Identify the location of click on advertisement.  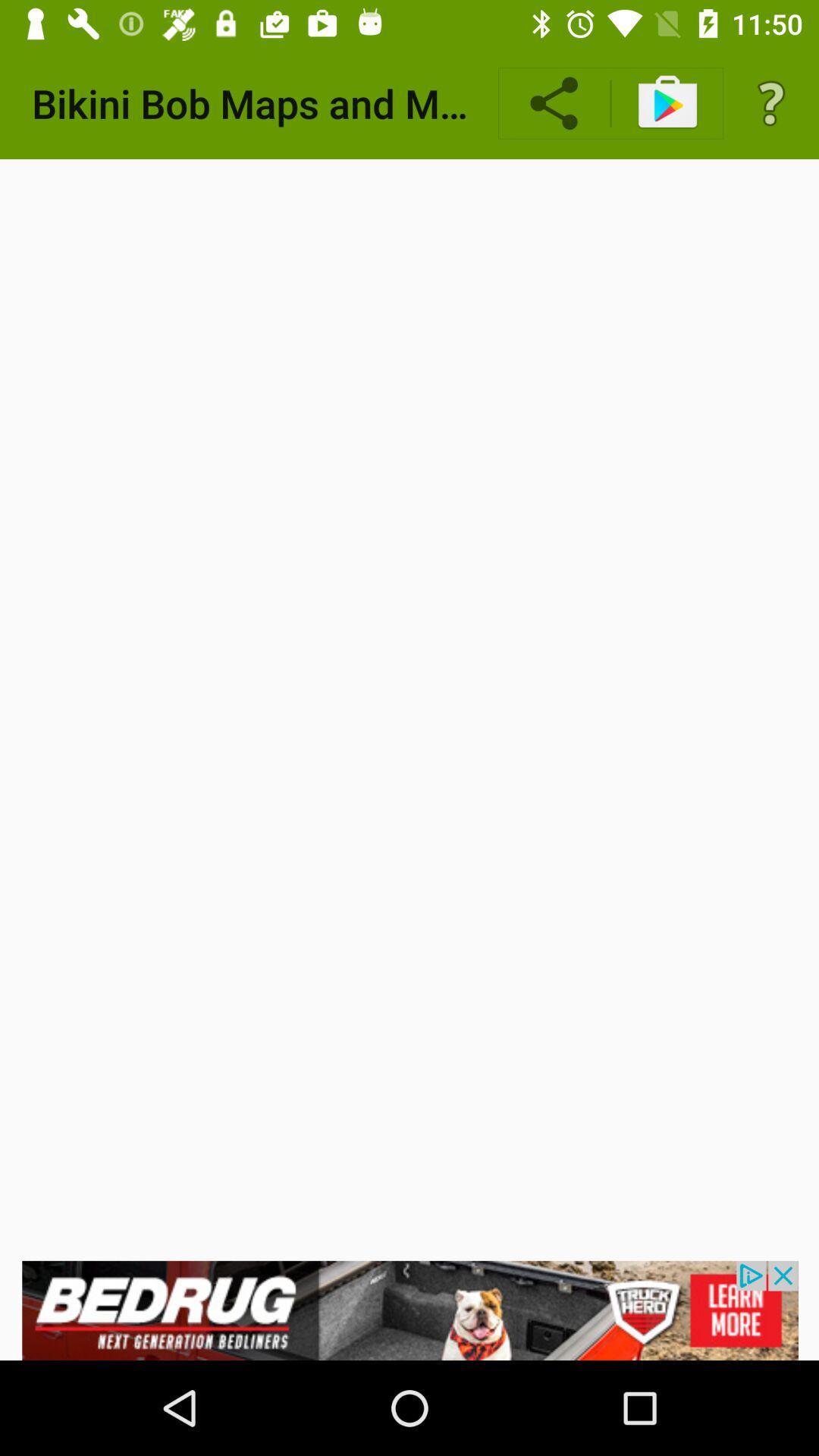
(409, 1310).